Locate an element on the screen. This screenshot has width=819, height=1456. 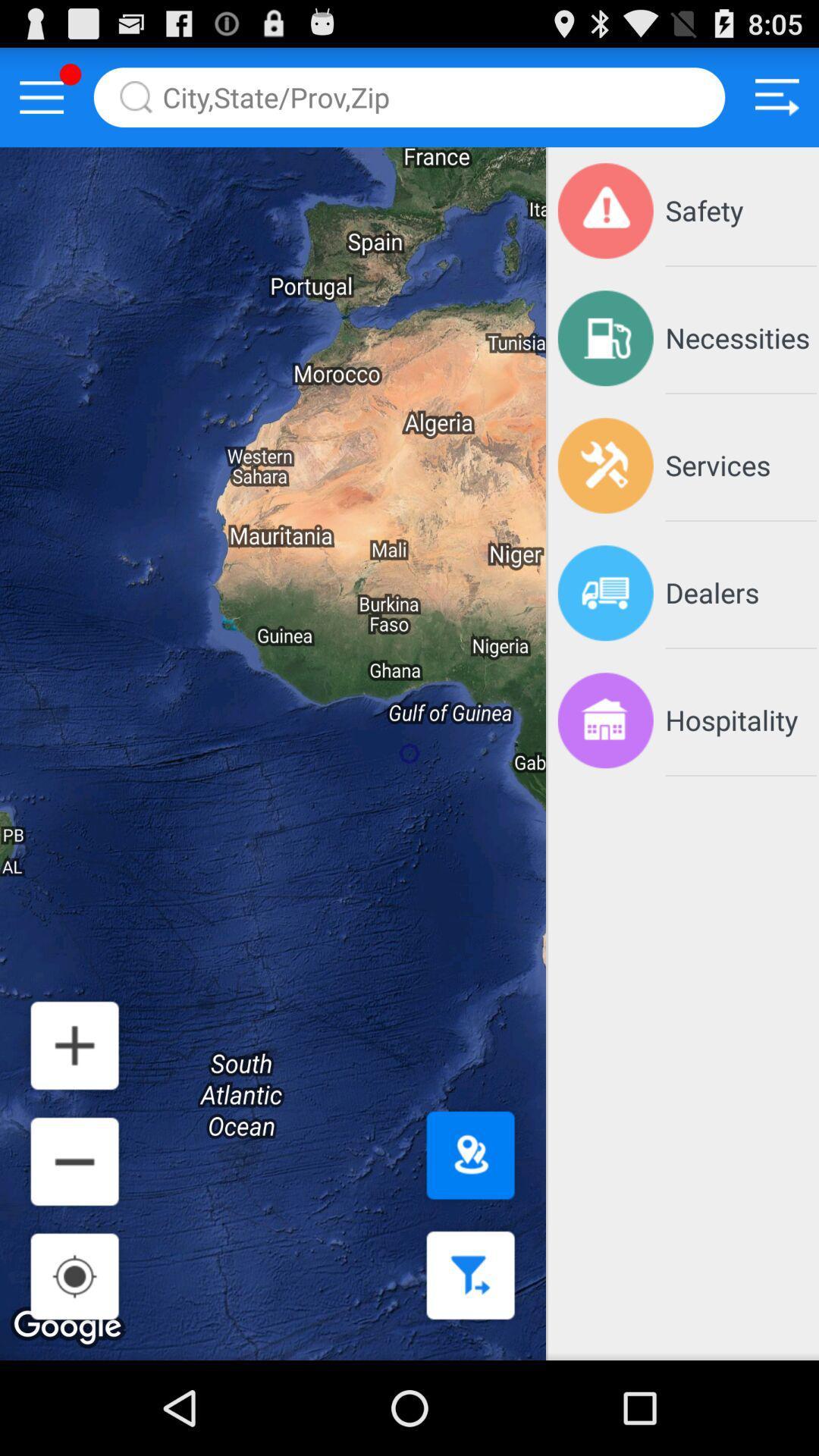
the filter icon is located at coordinates (464, 1365).